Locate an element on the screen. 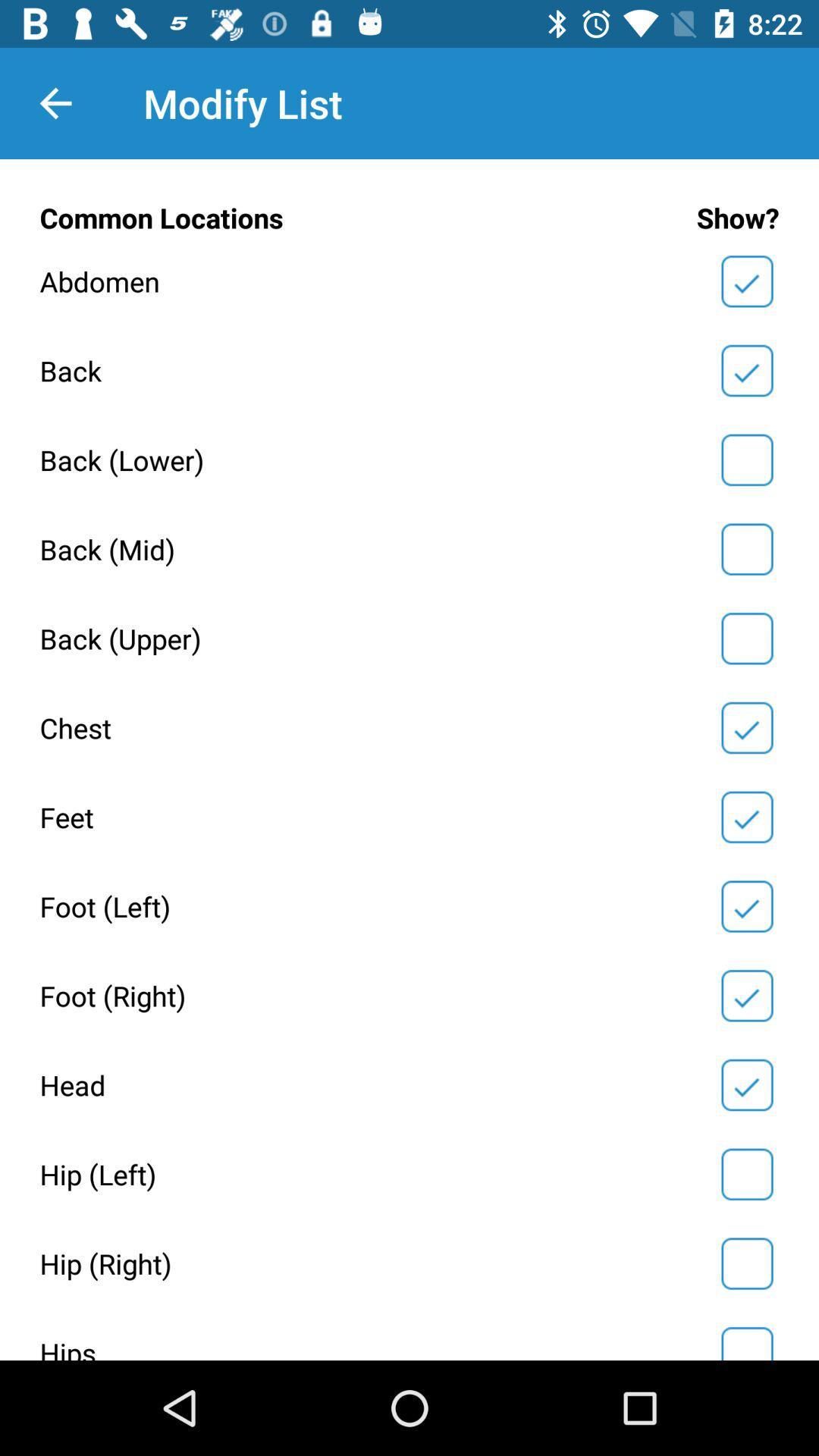  option is located at coordinates (746, 906).